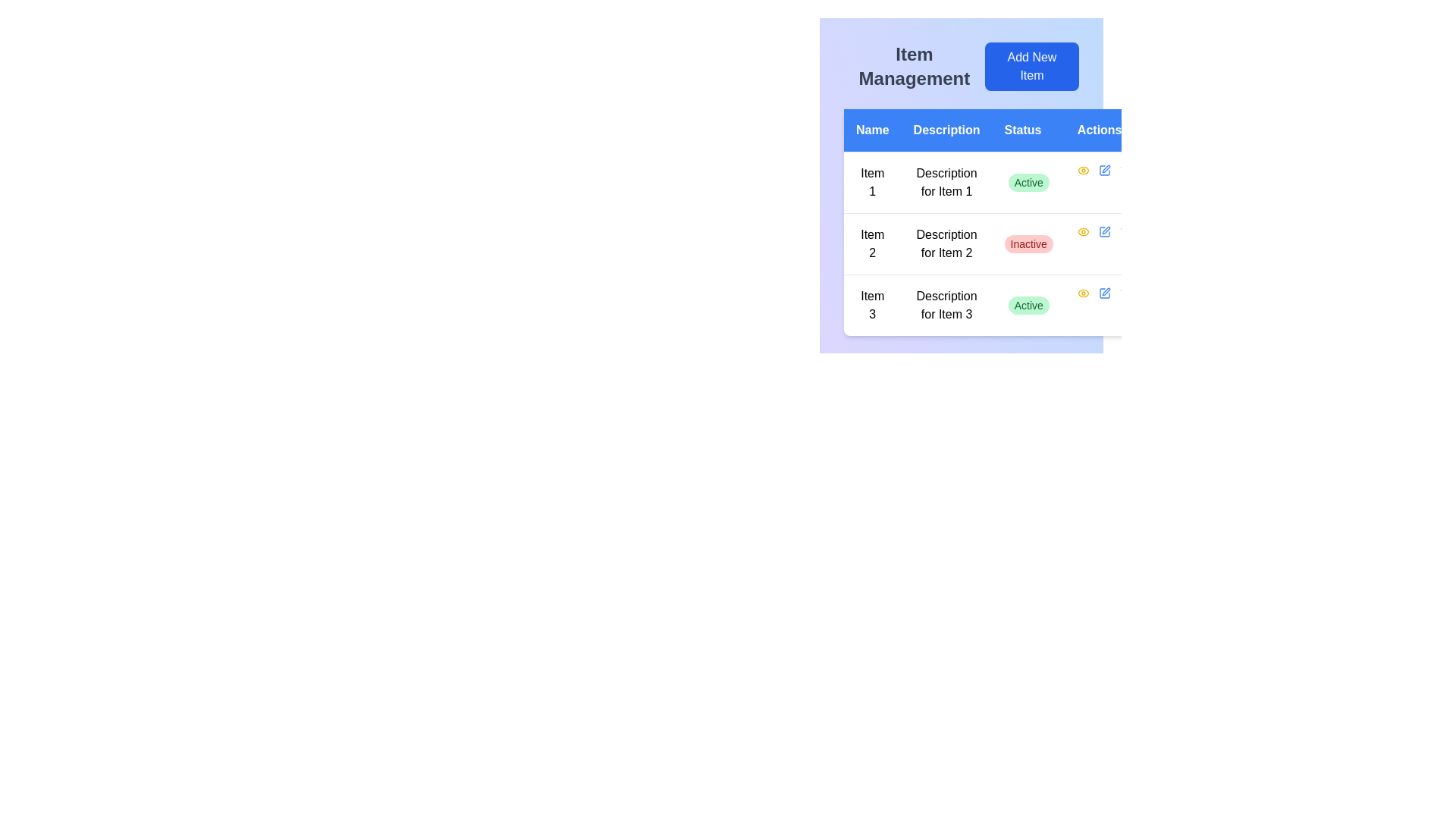 The height and width of the screenshot is (819, 1456). Describe the element at coordinates (1104, 231) in the screenshot. I see `the edit icon in the Actions column of the second row to initiate editing Item 2` at that location.